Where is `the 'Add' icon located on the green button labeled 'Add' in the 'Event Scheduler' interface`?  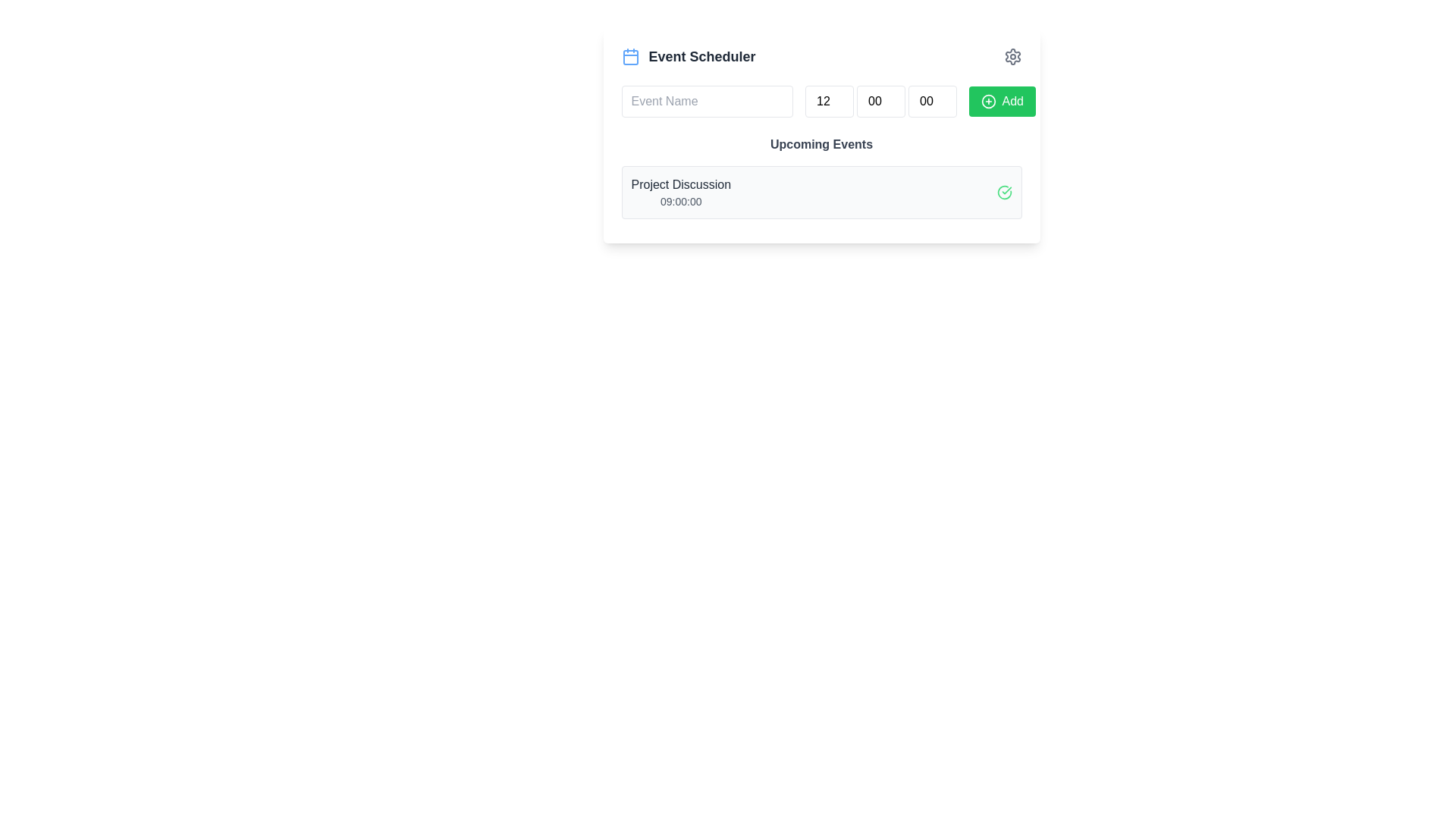
the 'Add' icon located on the green button labeled 'Add' in the 'Event Scheduler' interface is located at coordinates (988, 102).